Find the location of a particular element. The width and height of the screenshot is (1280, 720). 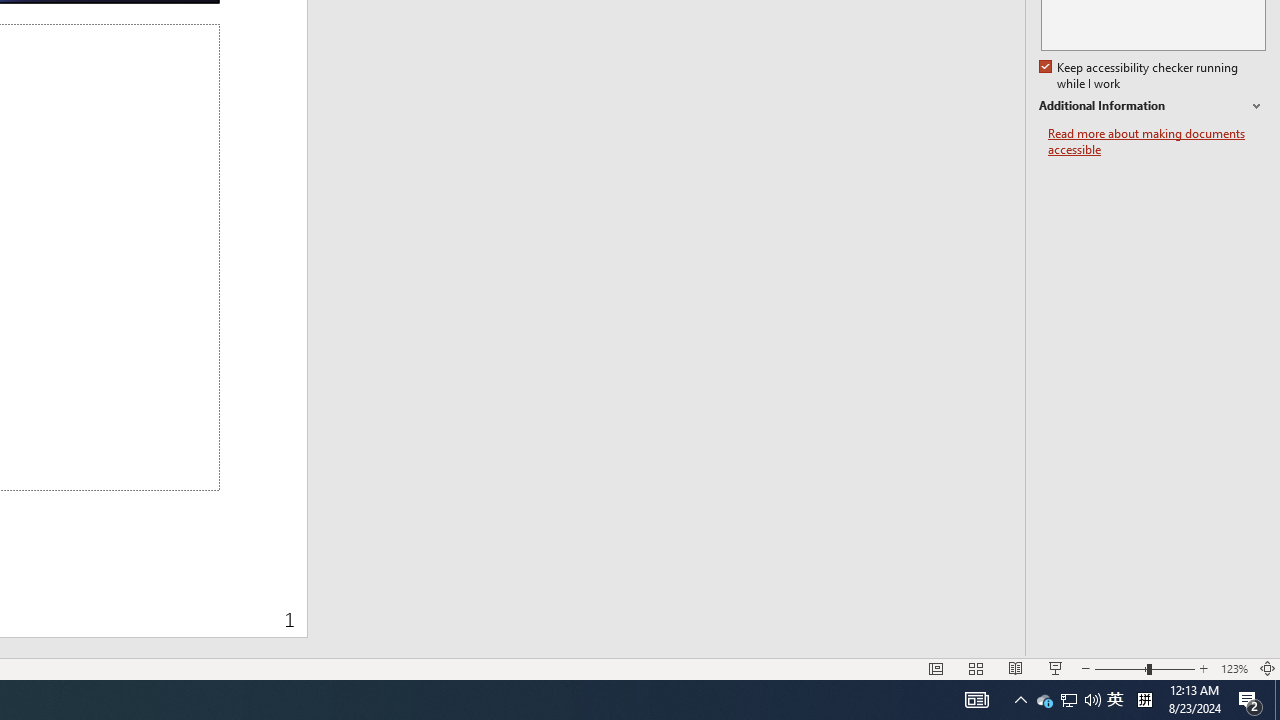

'Zoom 123%' is located at coordinates (1233, 669).